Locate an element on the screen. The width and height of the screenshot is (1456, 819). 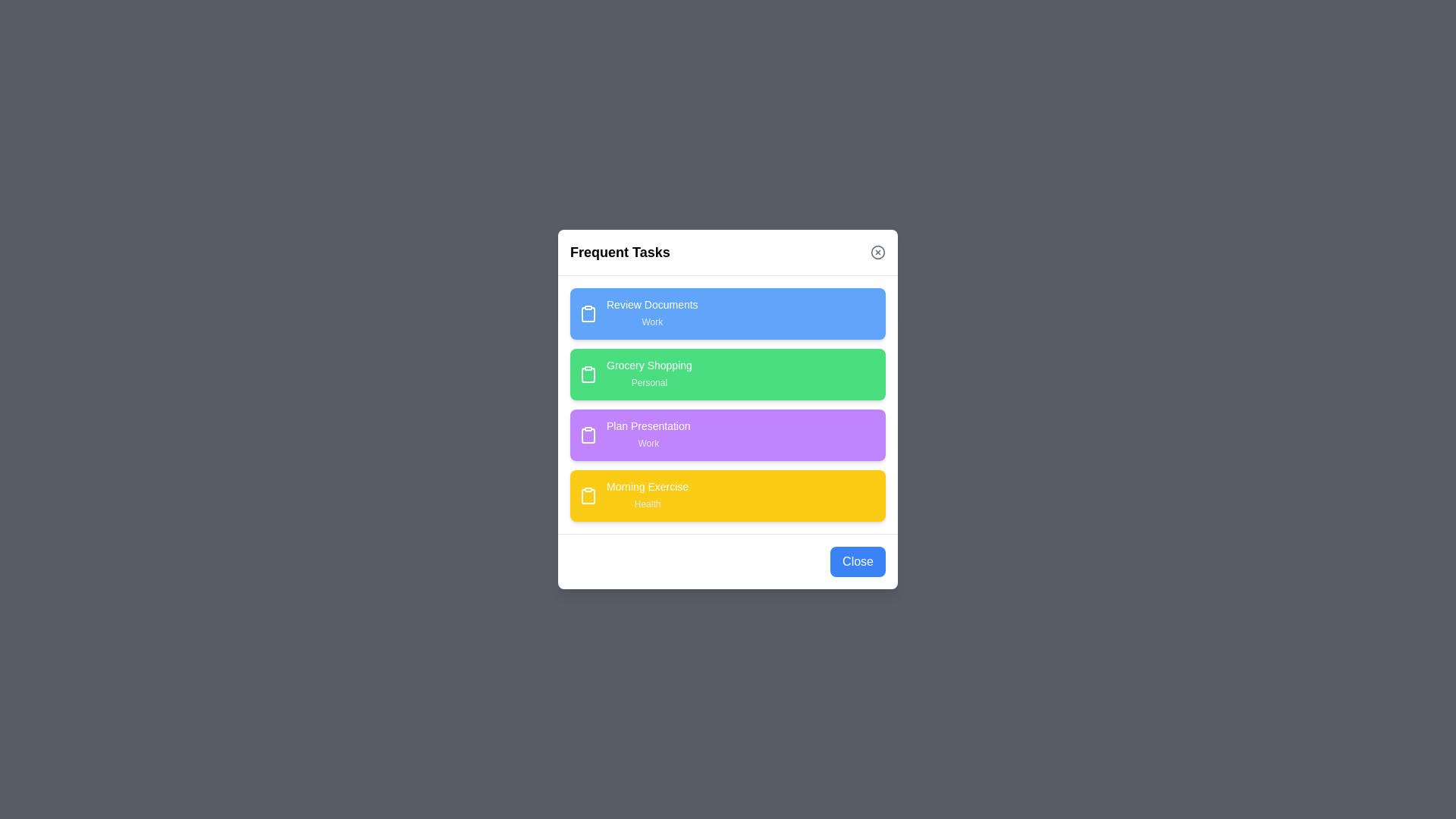
the close button to dismiss the dialog is located at coordinates (877, 251).